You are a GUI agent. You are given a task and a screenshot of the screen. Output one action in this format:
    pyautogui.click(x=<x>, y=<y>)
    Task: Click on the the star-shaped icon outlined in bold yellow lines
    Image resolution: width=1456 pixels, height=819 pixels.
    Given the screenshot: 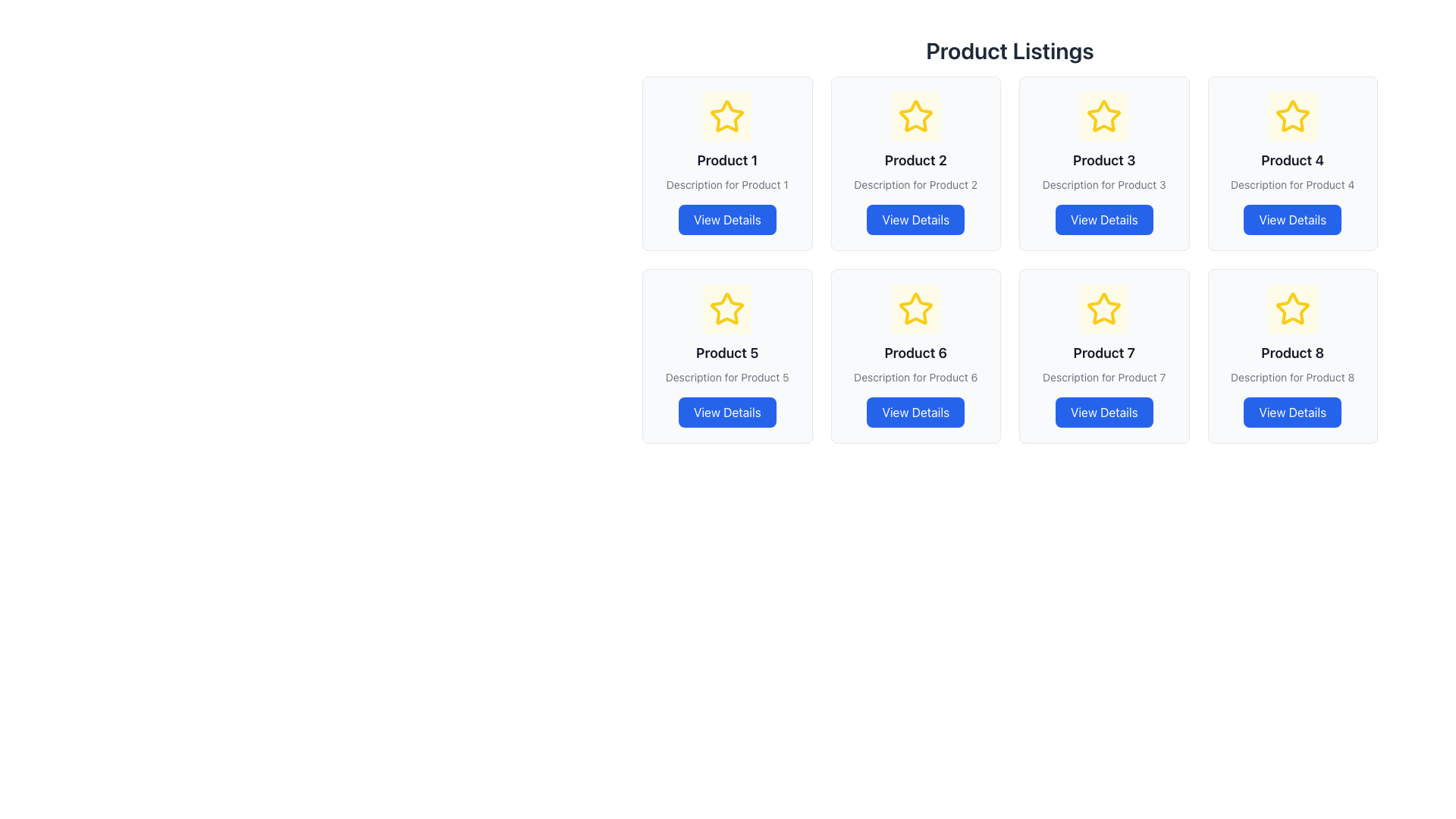 What is the action you would take?
    pyautogui.click(x=1291, y=309)
    